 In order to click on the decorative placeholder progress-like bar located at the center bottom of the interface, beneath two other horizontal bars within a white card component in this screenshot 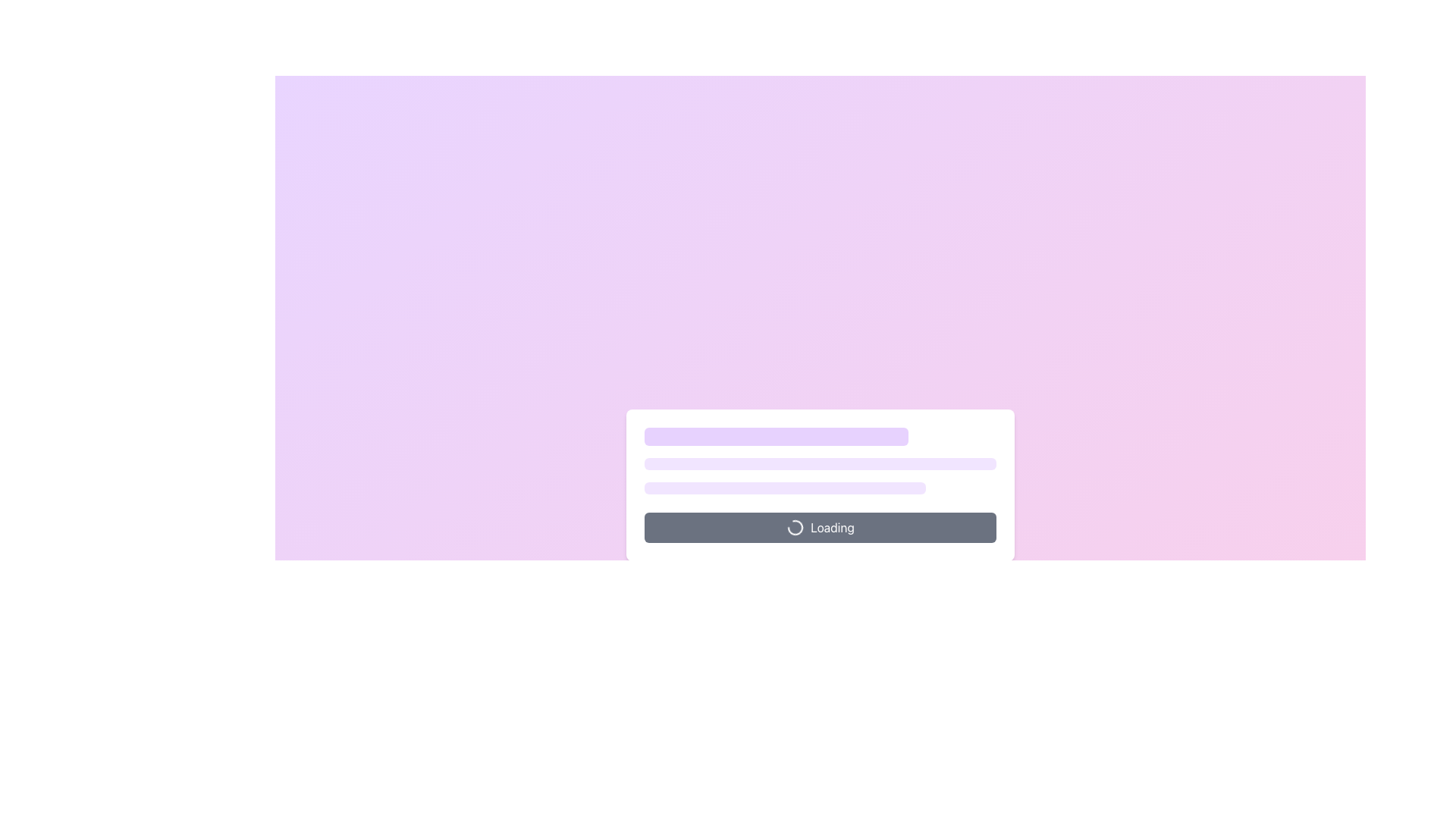, I will do `click(785, 488)`.